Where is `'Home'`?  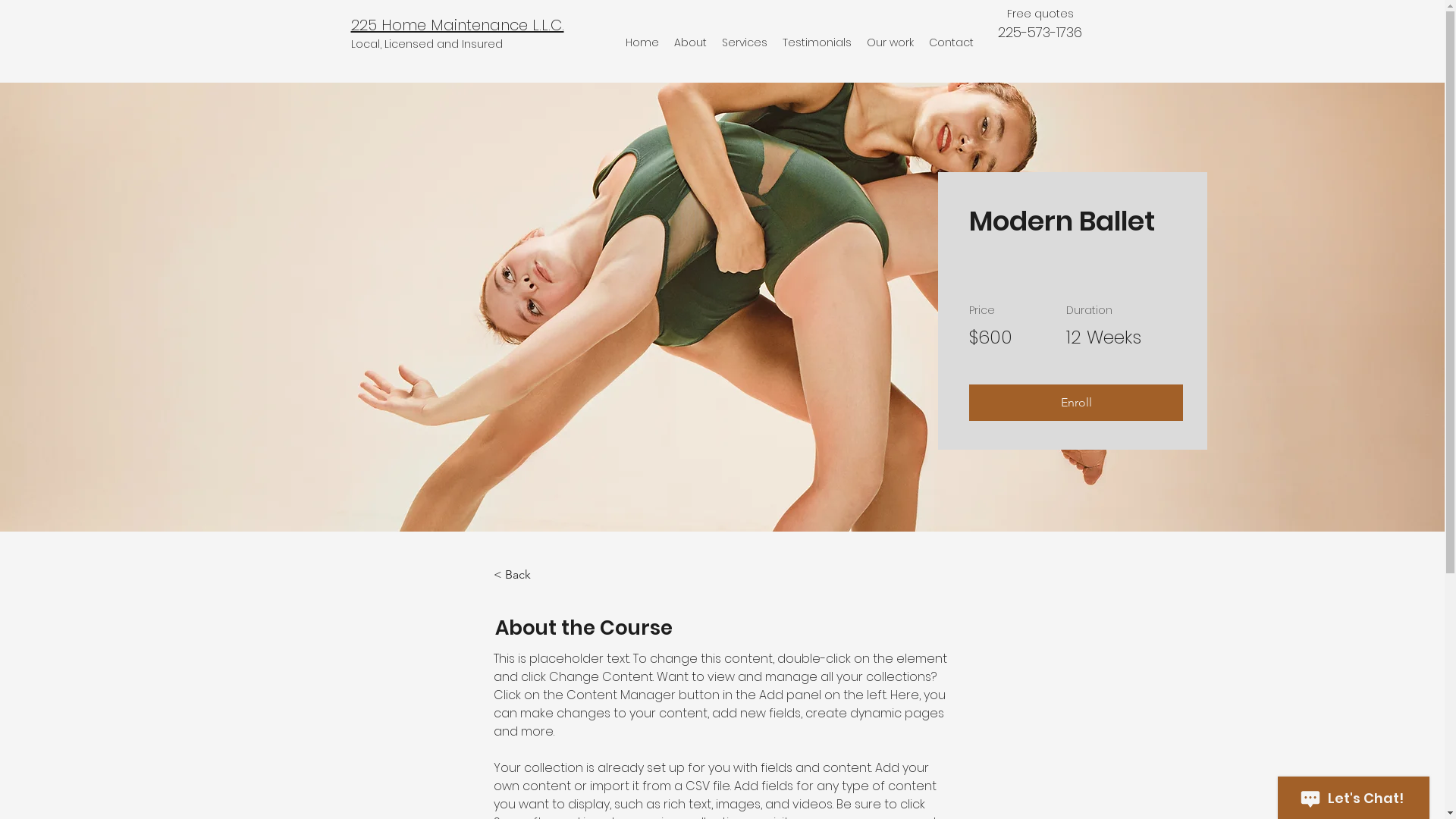
'Home' is located at coordinates (641, 42).